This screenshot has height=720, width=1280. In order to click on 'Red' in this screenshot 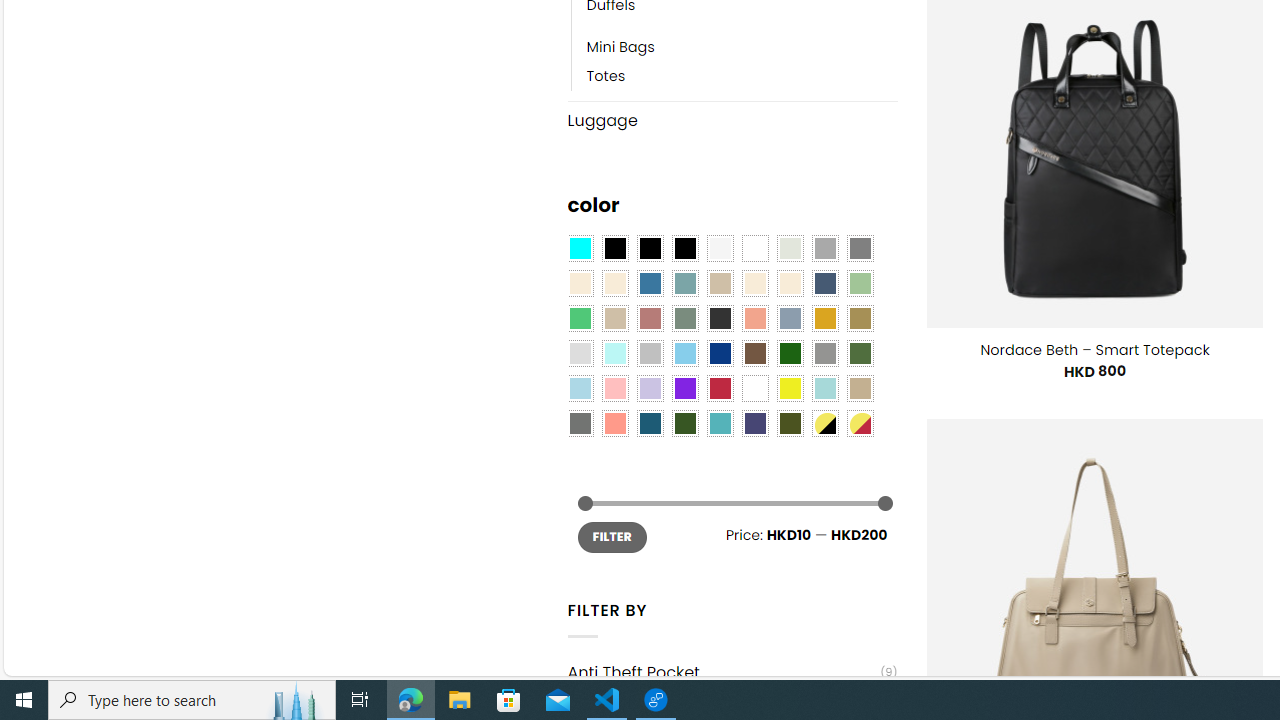, I will do `click(720, 388)`.